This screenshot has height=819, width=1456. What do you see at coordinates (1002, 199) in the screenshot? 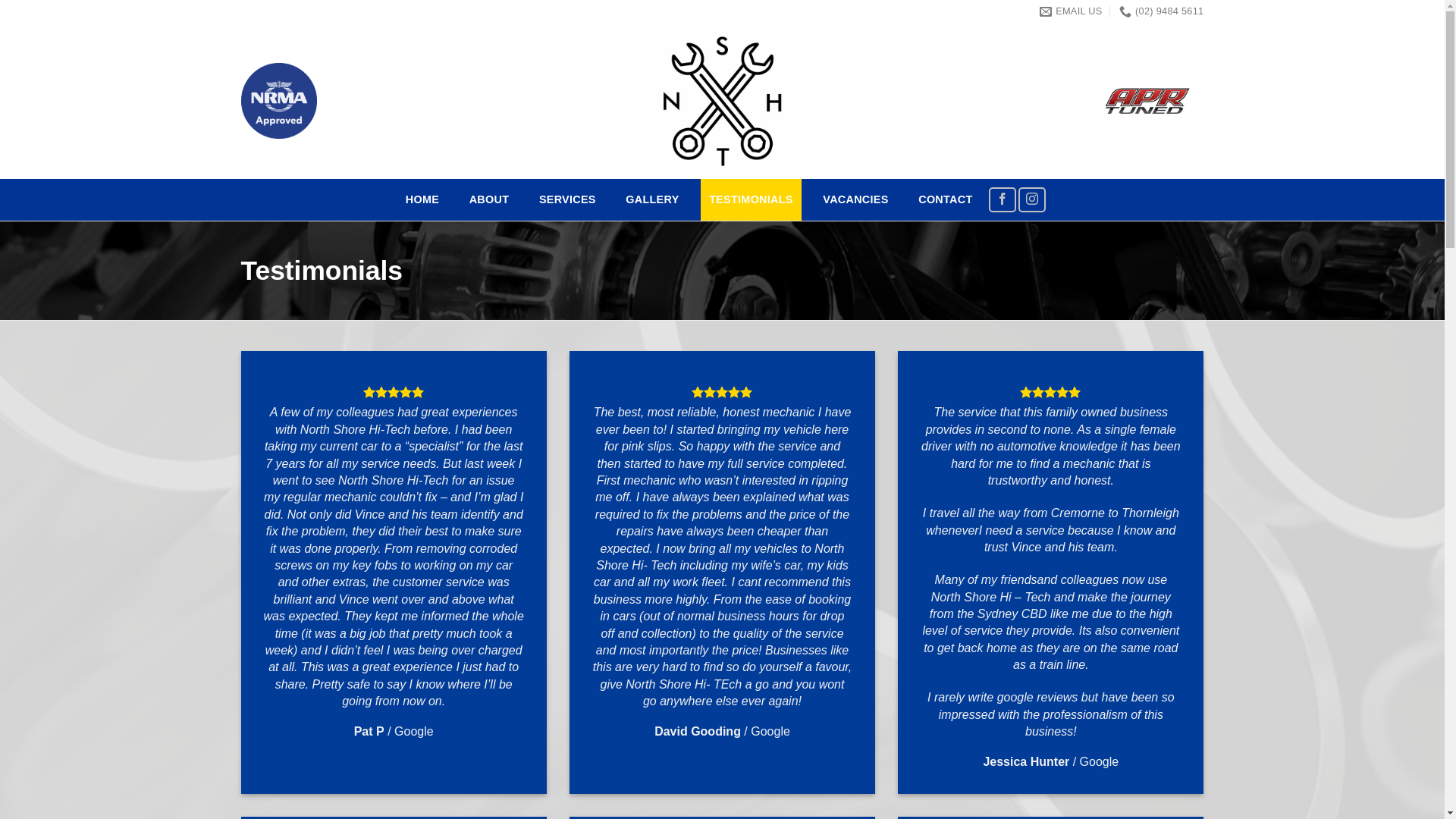
I see `'Follow on Facebook'` at bounding box center [1002, 199].